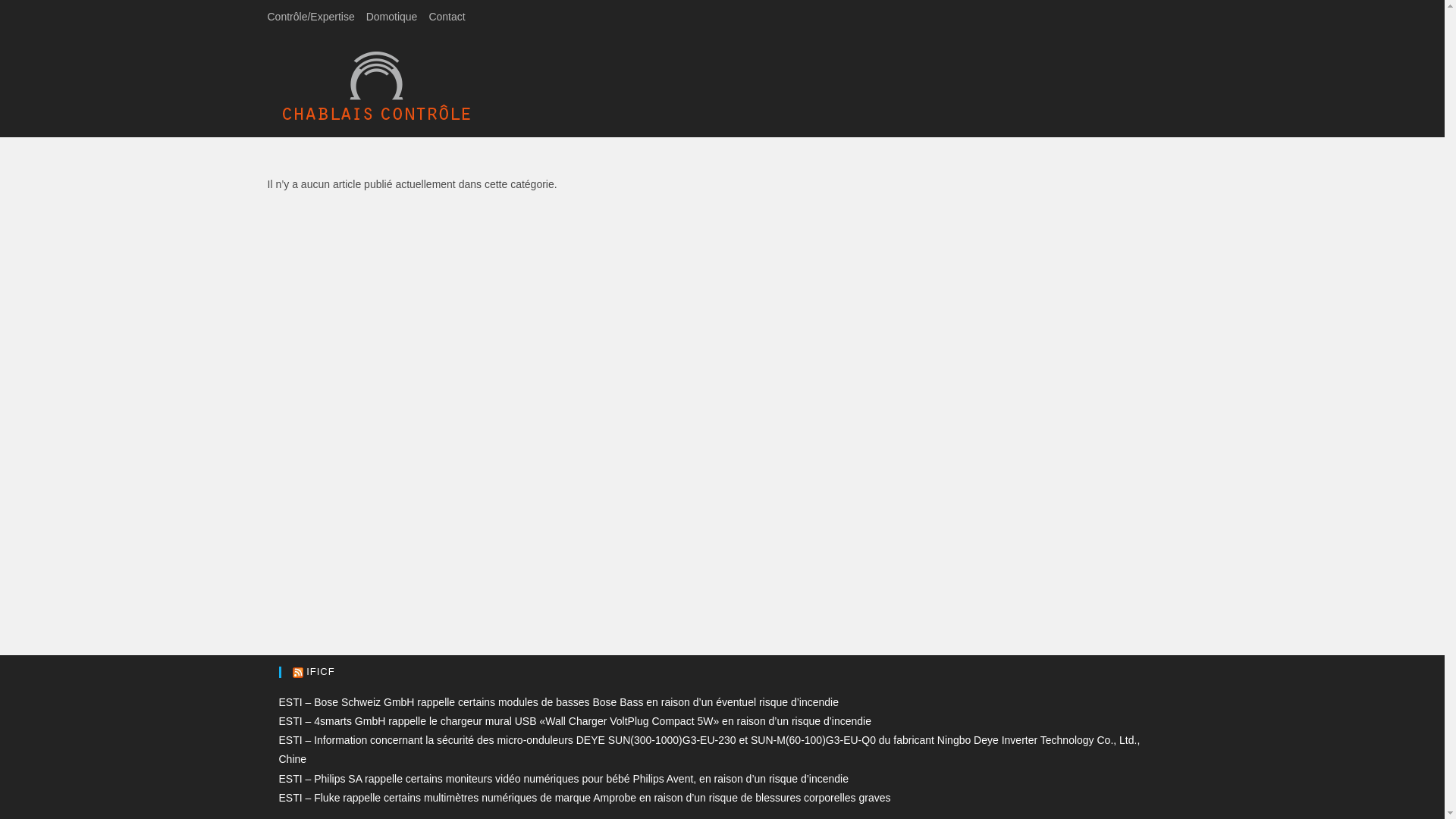 This screenshot has width=1456, height=819. I want to click on 'Domotique', so click(392, 17).